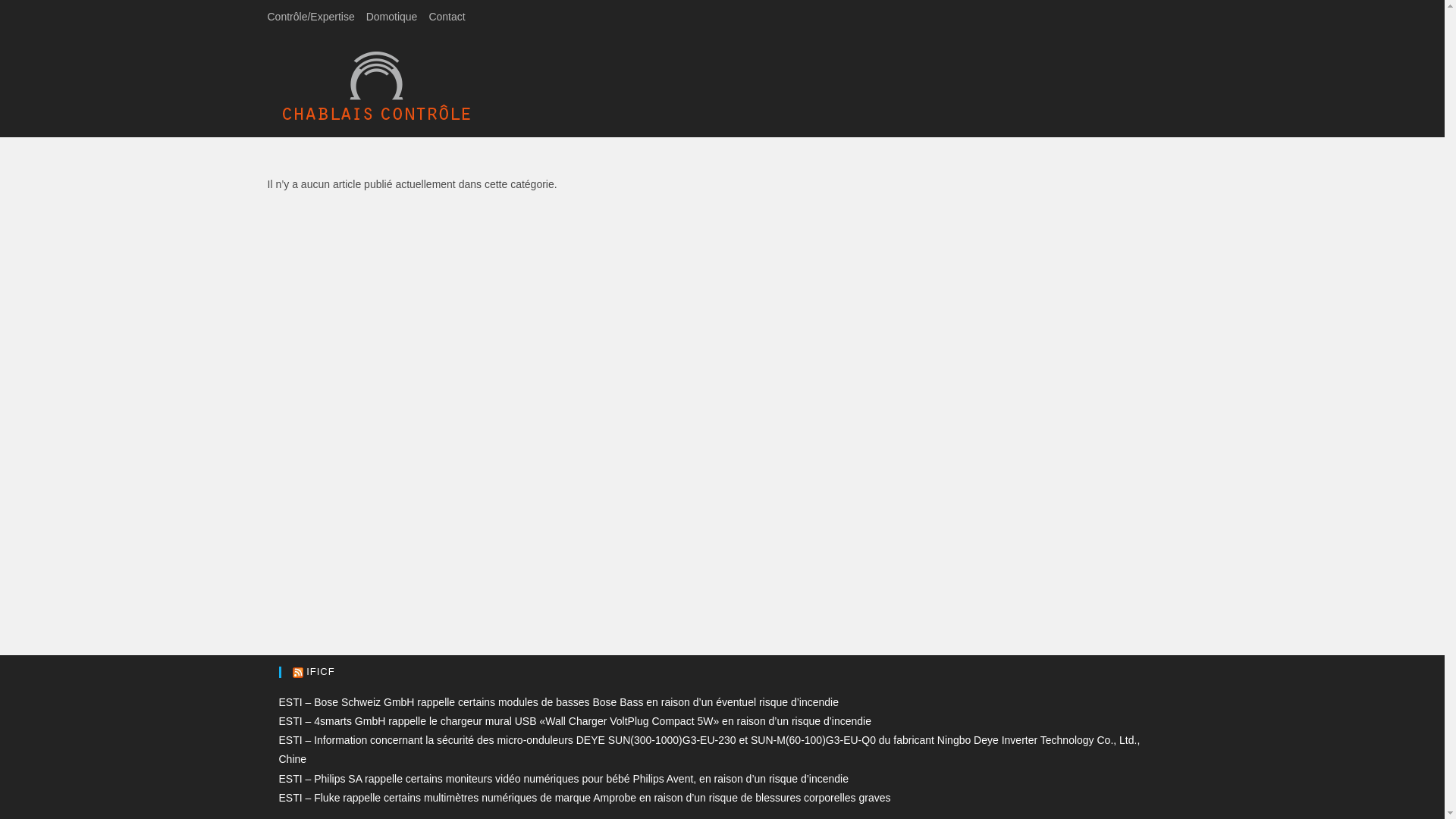 This screenshot has width=1456, height=819. I want to click on 'Domotique', so click(392, 17).